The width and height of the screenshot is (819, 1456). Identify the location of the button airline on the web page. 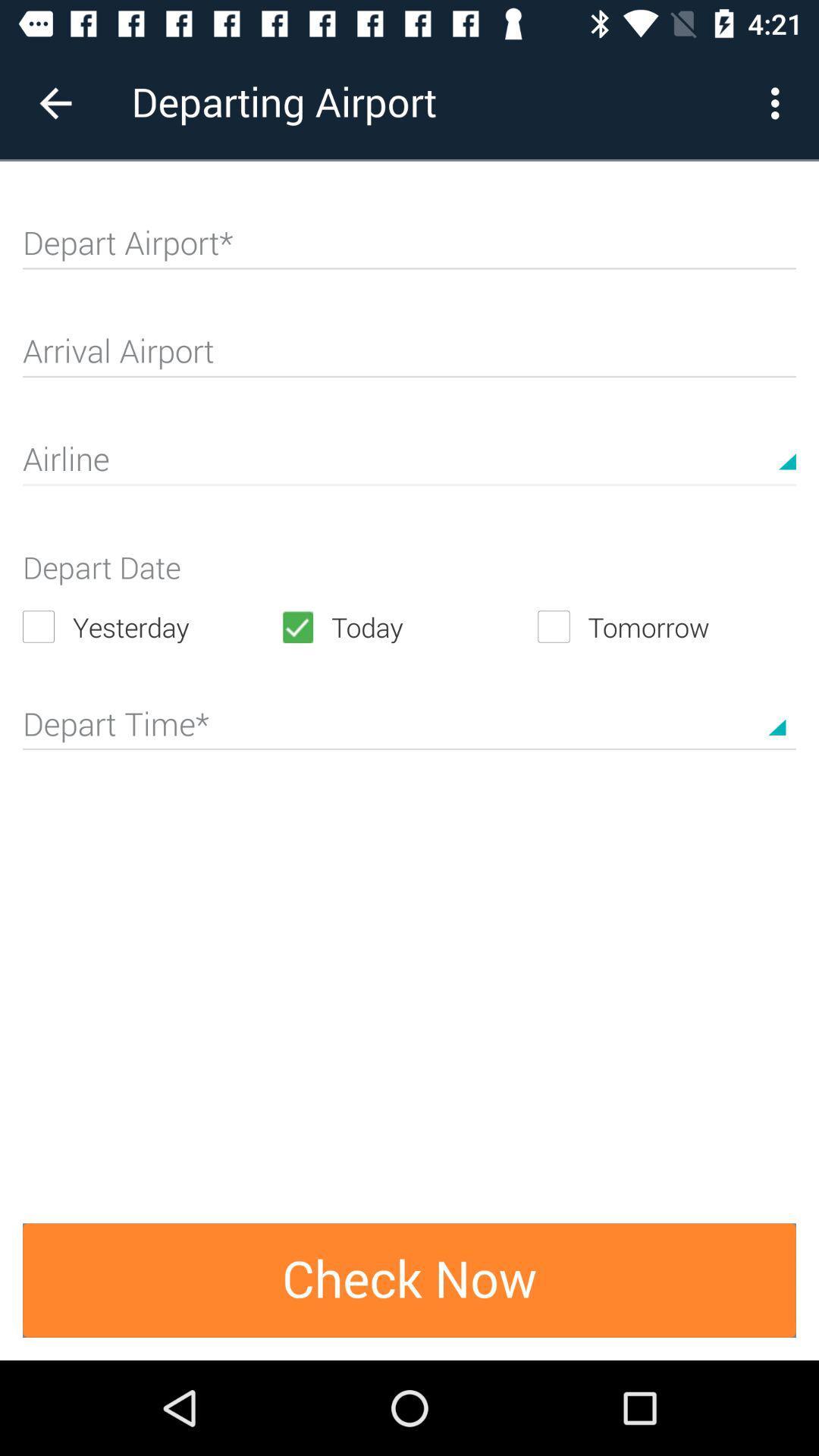
(409, 465).